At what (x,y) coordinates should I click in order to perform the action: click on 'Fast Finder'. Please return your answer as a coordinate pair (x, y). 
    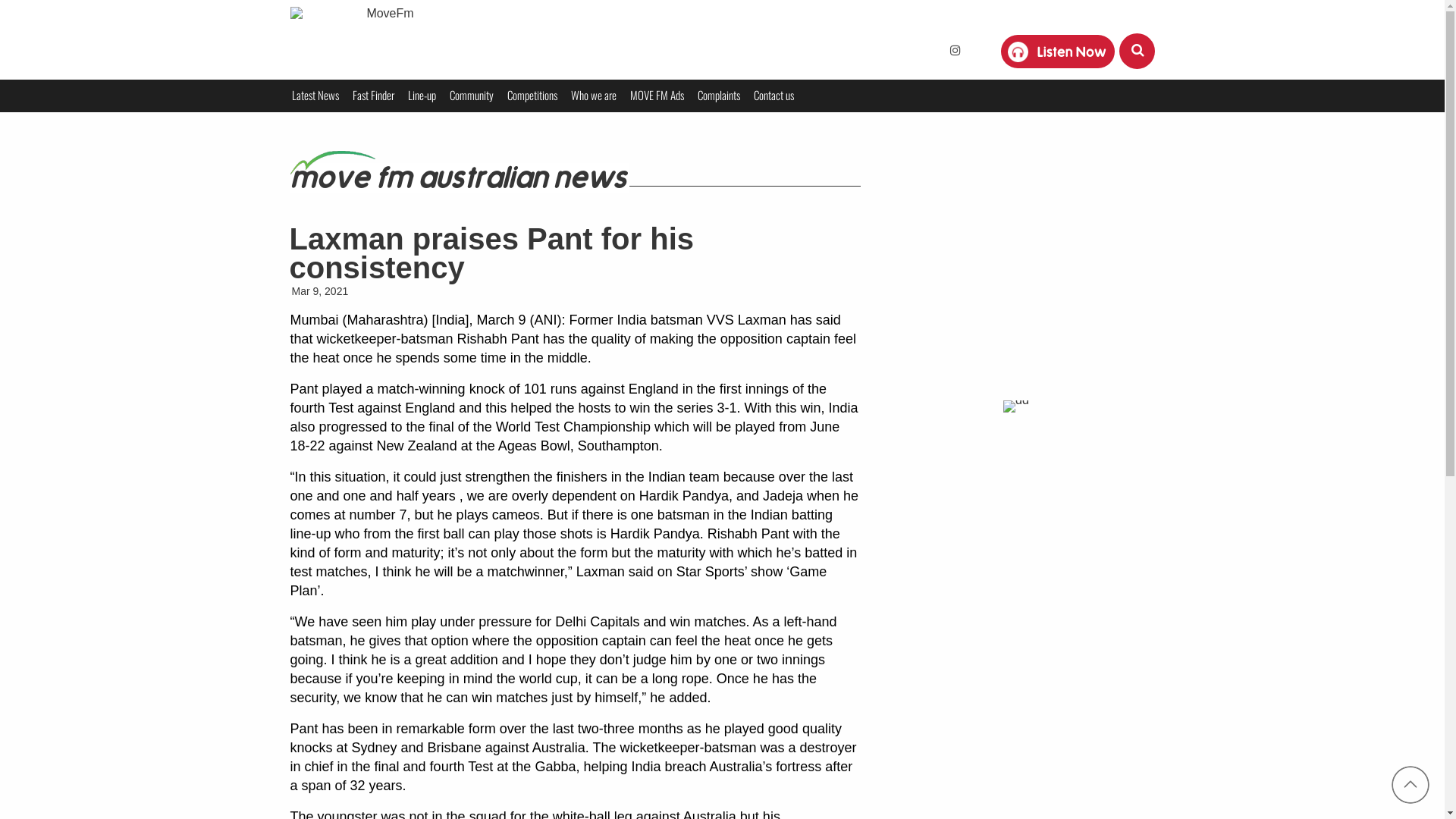
    Looking at the image, I should click on (345, 96).